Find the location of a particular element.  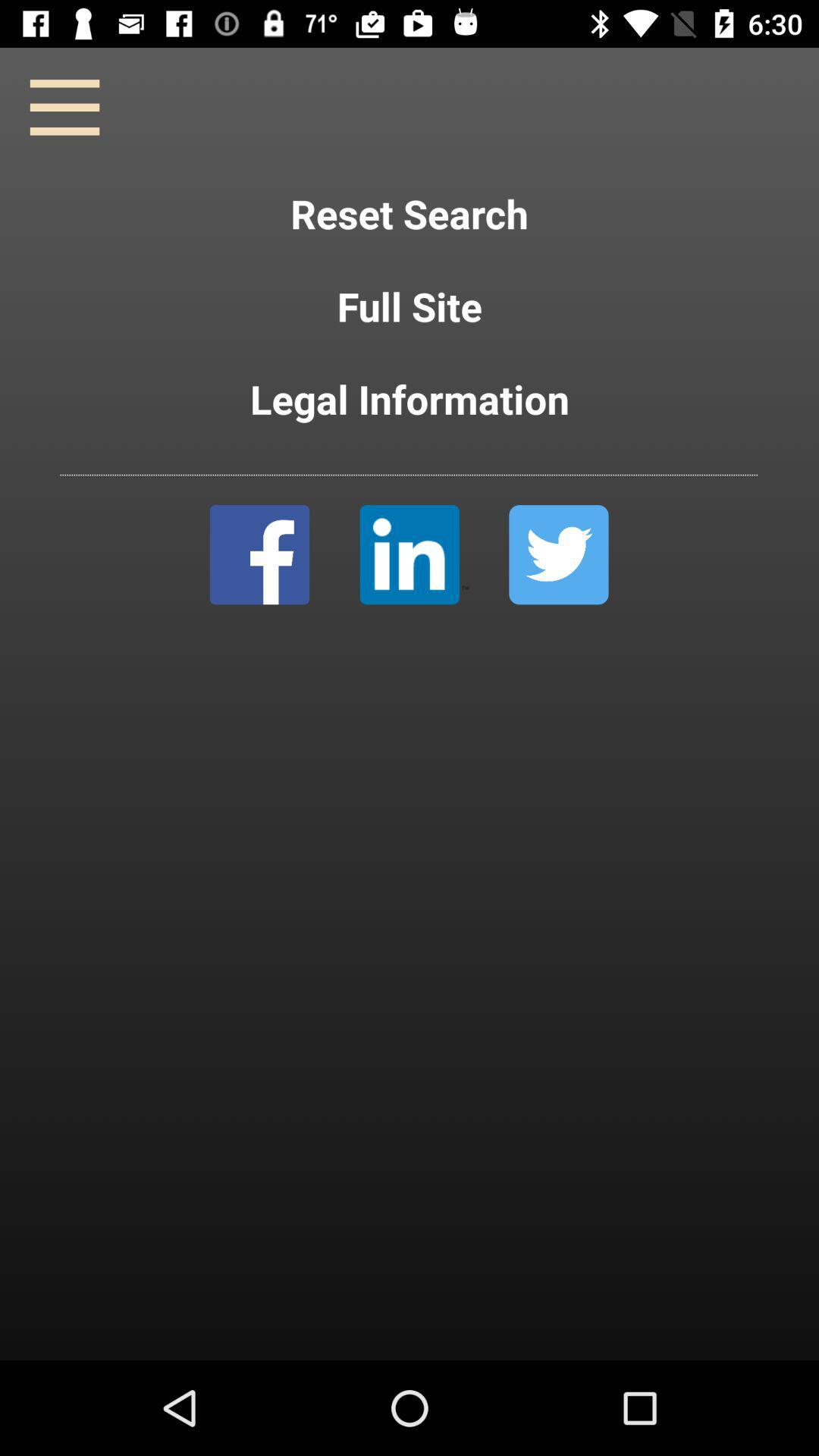

linkedin icon is located at coordinates (414, 554).